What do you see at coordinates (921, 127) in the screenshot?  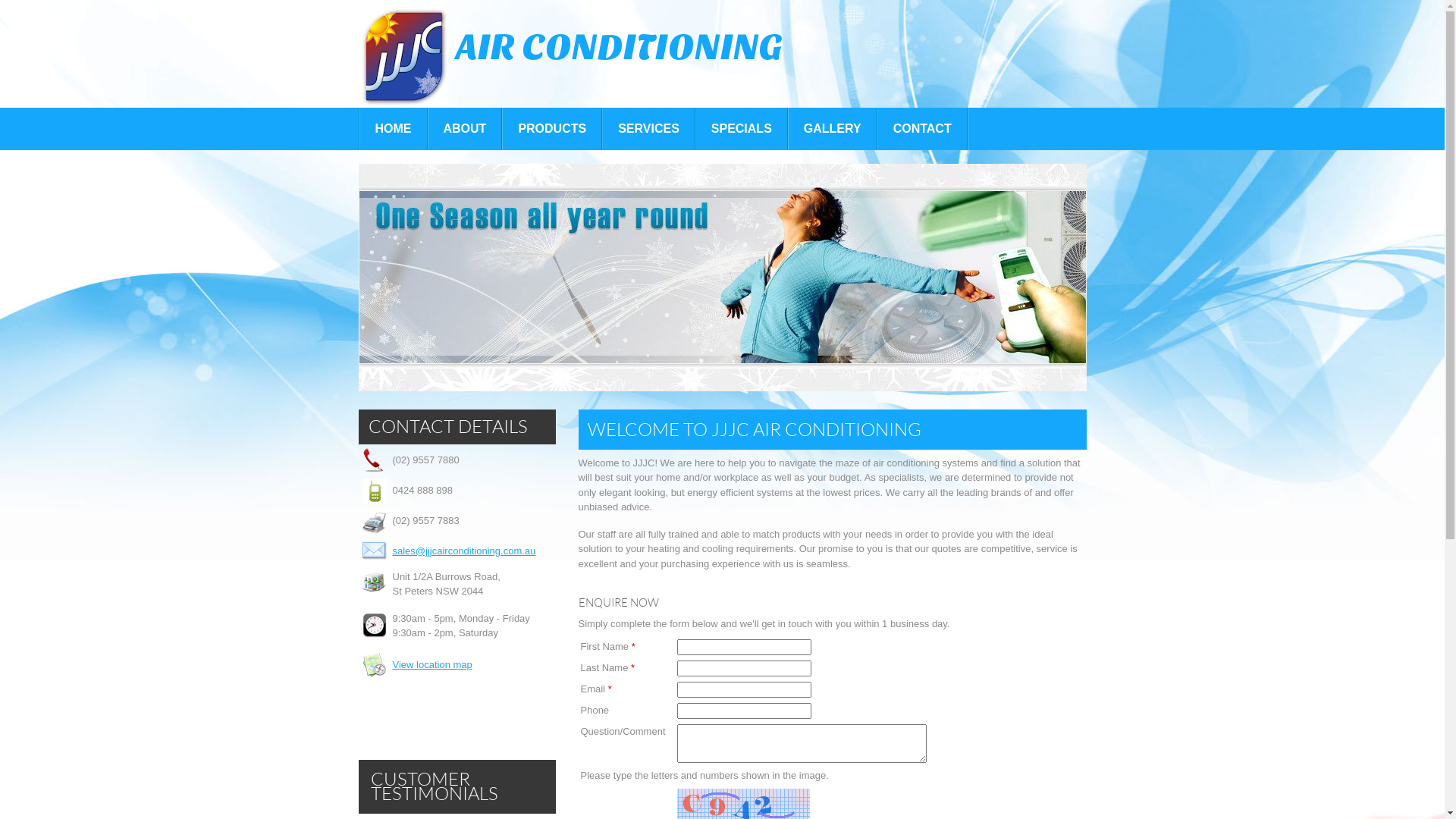 I see `'CONTACT'` at bounding box center [921, 127].